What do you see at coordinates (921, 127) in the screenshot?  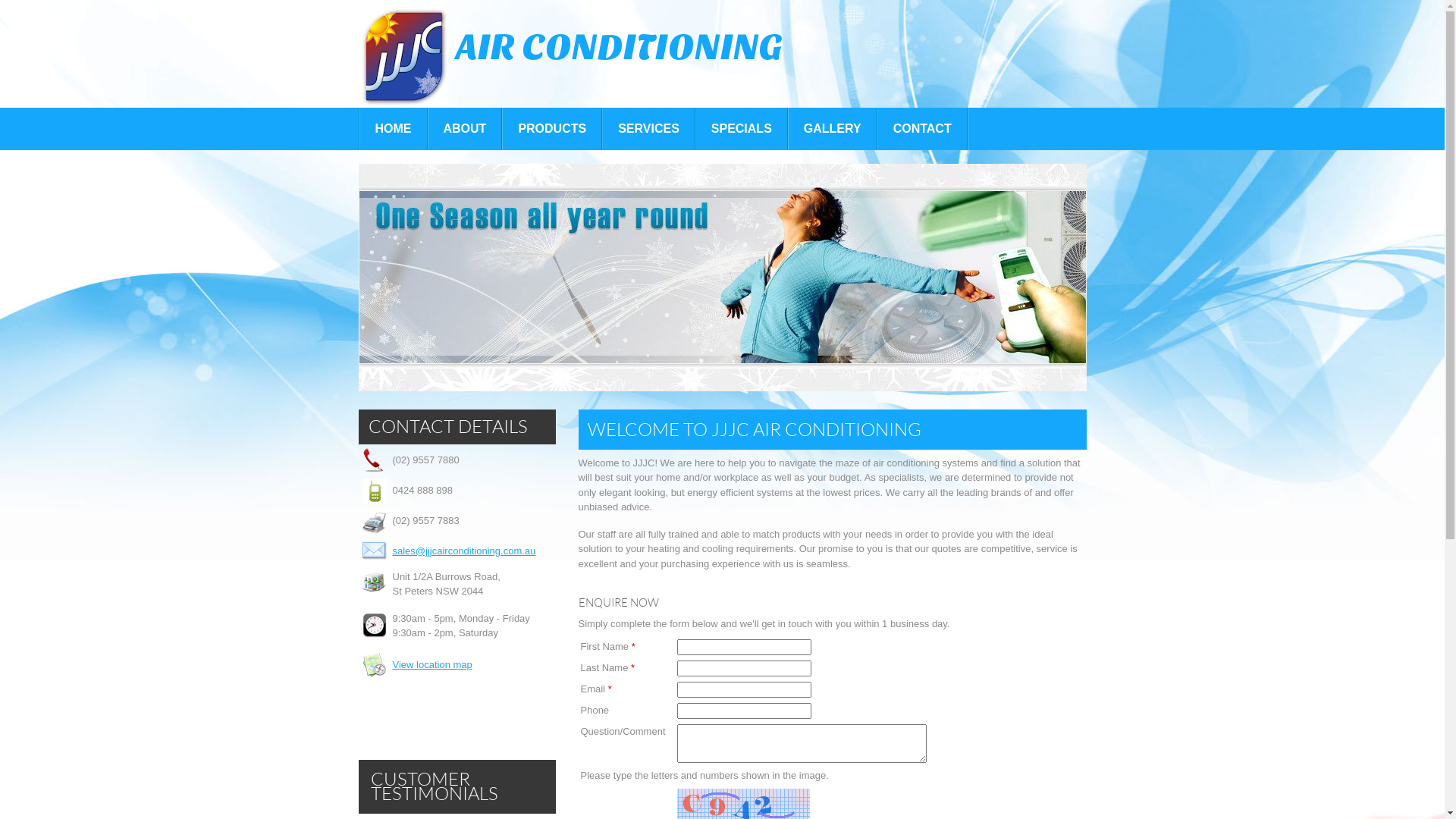 I see `'CONTACT'` at bounding box center [921, 127].